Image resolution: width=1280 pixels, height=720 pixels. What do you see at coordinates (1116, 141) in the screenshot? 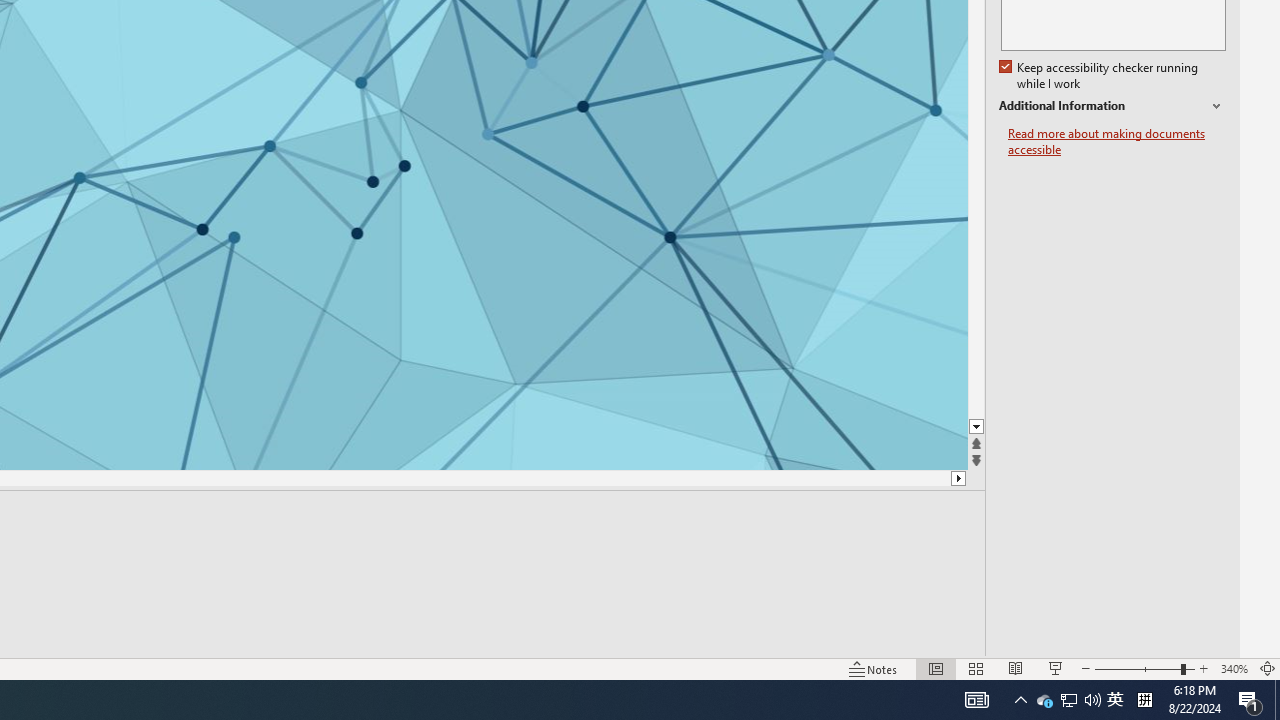
I see `'Read more about making documents accessible'` at bounding box center [1116, 141].